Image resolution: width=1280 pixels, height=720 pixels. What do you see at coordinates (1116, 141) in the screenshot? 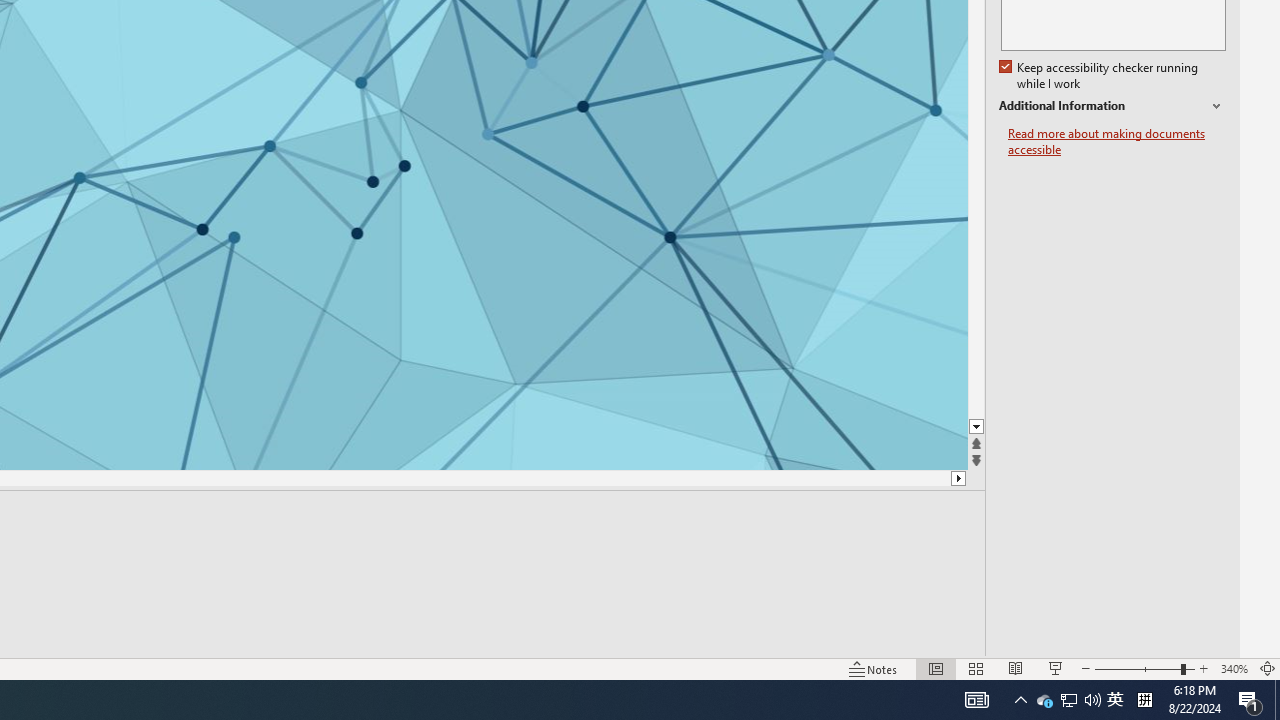
I see `'Read more about making documents accessible'` at bounding box center [1116, 141].